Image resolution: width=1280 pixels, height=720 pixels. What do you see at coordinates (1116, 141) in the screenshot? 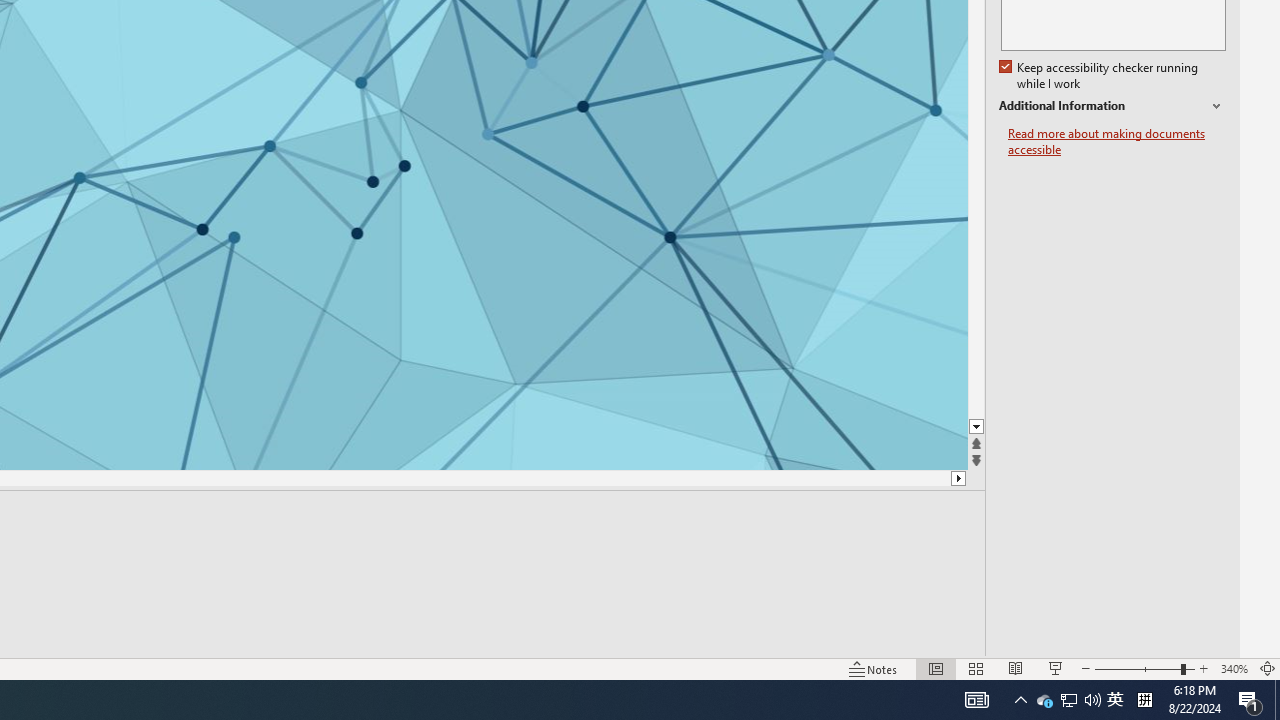
I see `'Read more about making documents accessible'` at bounding box center [1116, 141].